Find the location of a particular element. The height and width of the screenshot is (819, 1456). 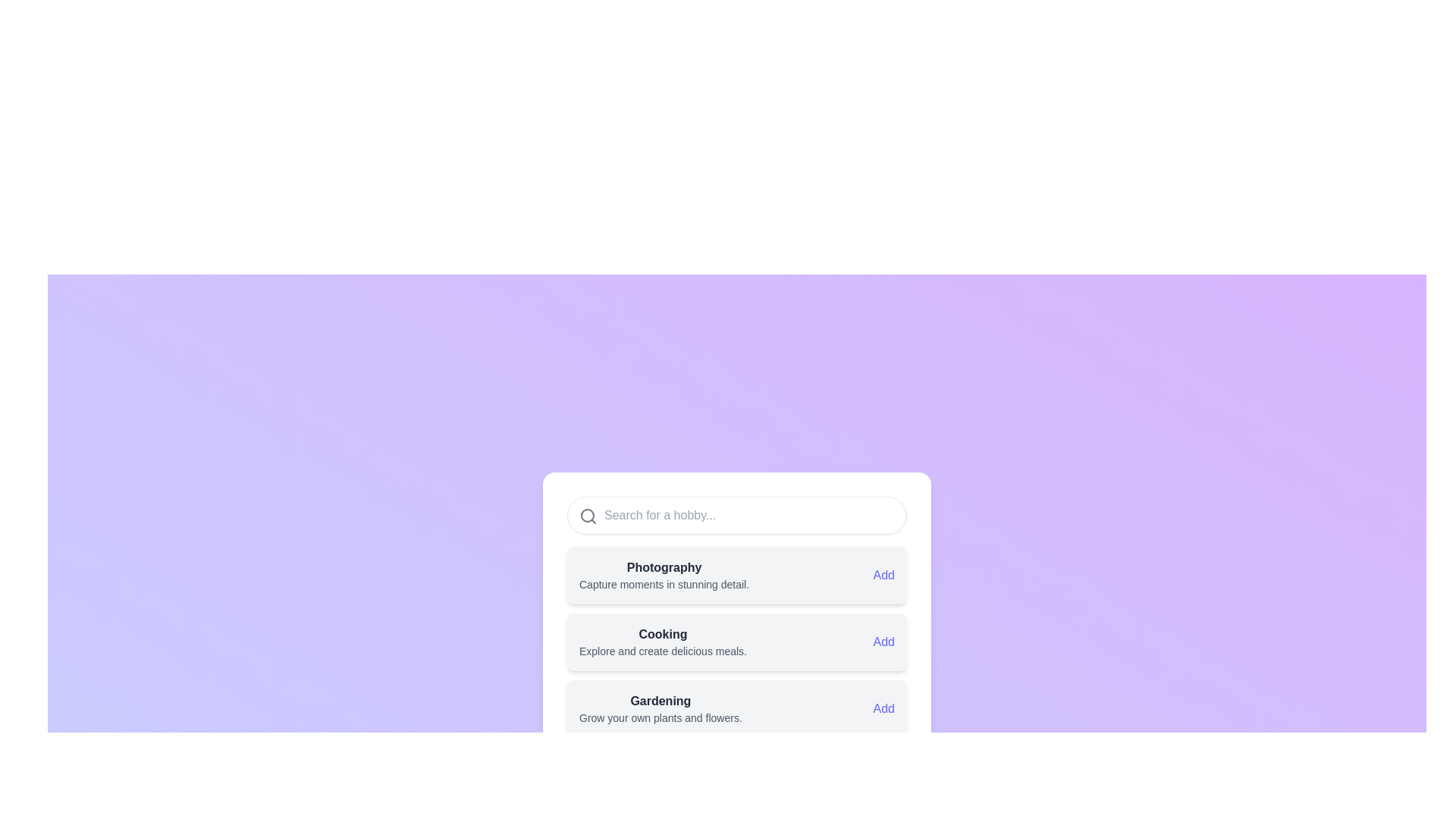

the 'Gardening' text label, which displays 'Gardening' in bold and 'Grow your own plants and flowers.' in a lighter font, located within the third card of hobby-related options is located at coordinates (661, 708).